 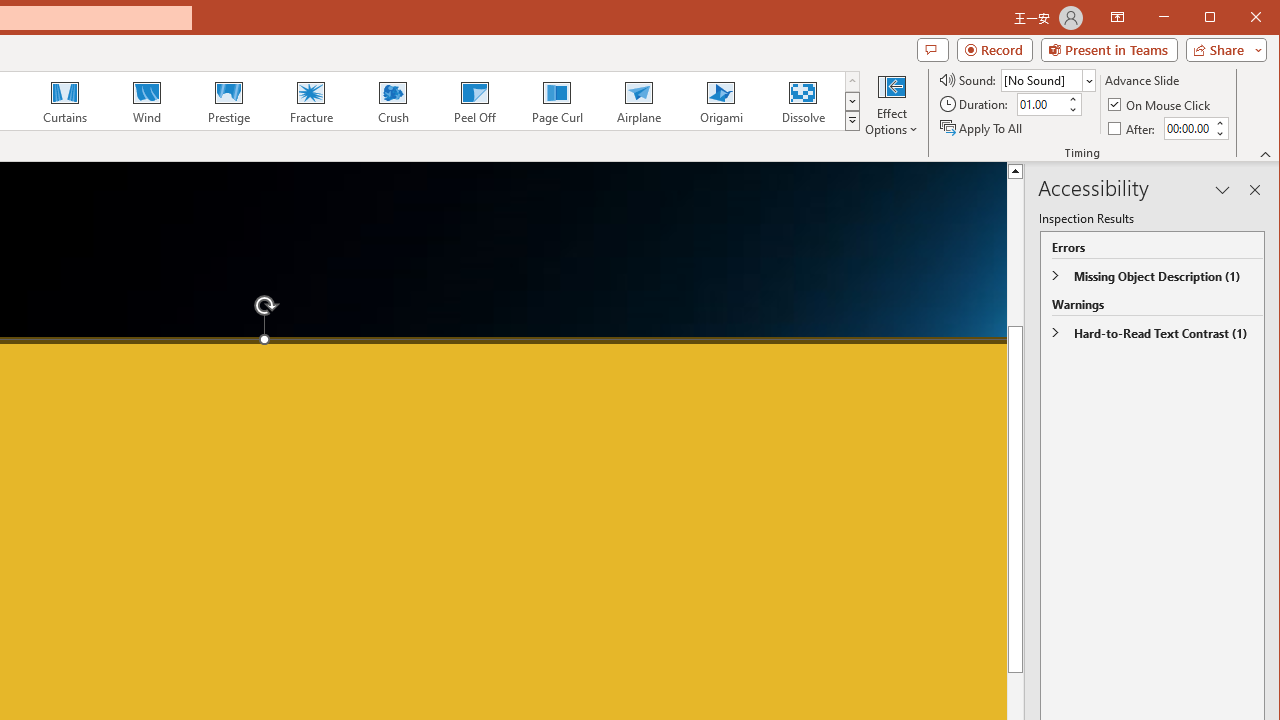 What do you see at coordinates (852, 120) in the screenshot?
I see `'Transition Effects'` at bounding box center [852, 120].